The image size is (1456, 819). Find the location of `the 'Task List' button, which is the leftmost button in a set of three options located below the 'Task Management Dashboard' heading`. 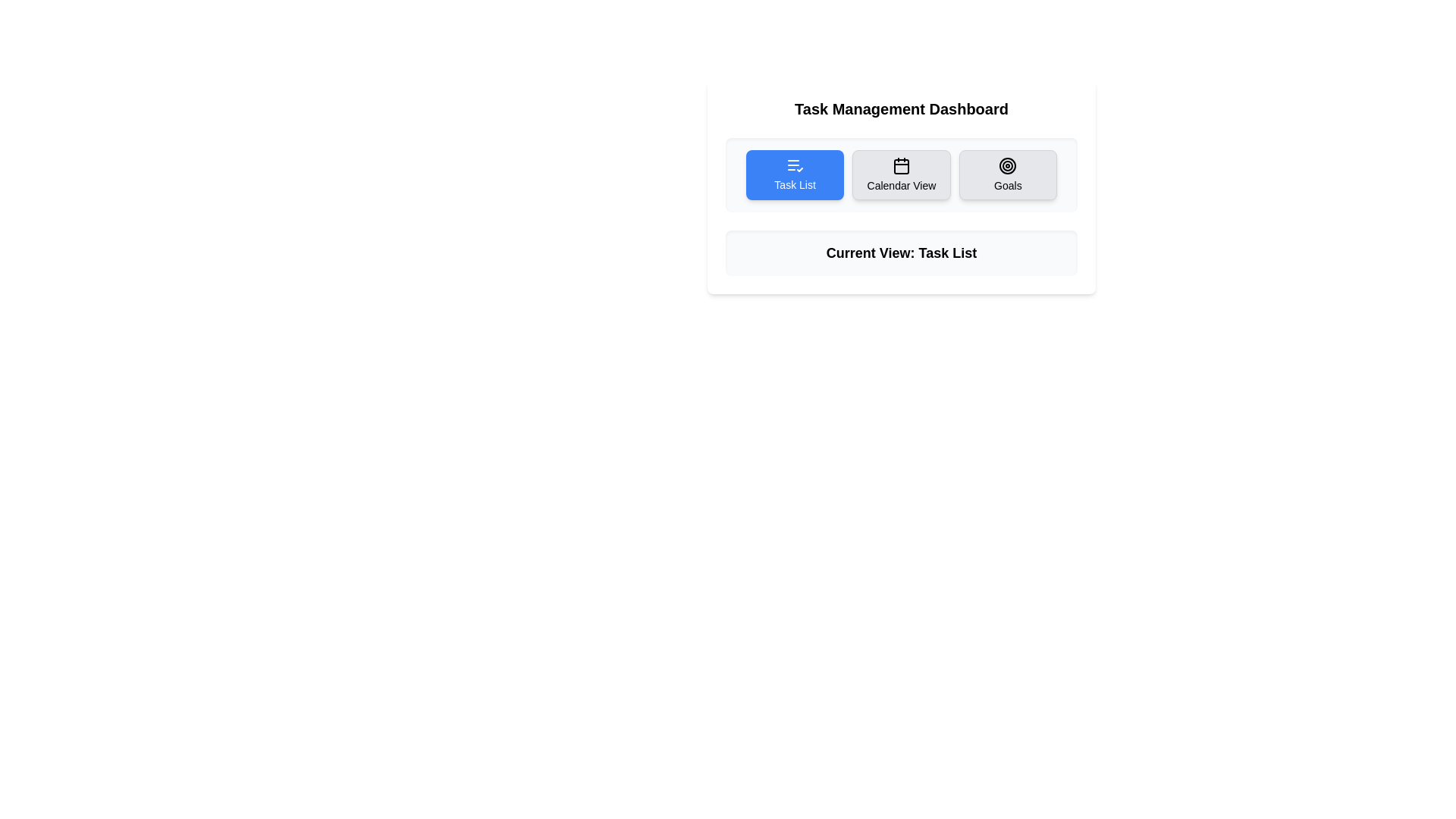

the 'Task List' button, which is the leftmost button in a set of three options located below the 'Task Management Dashboard' heading is located at coordinates (794, 174).